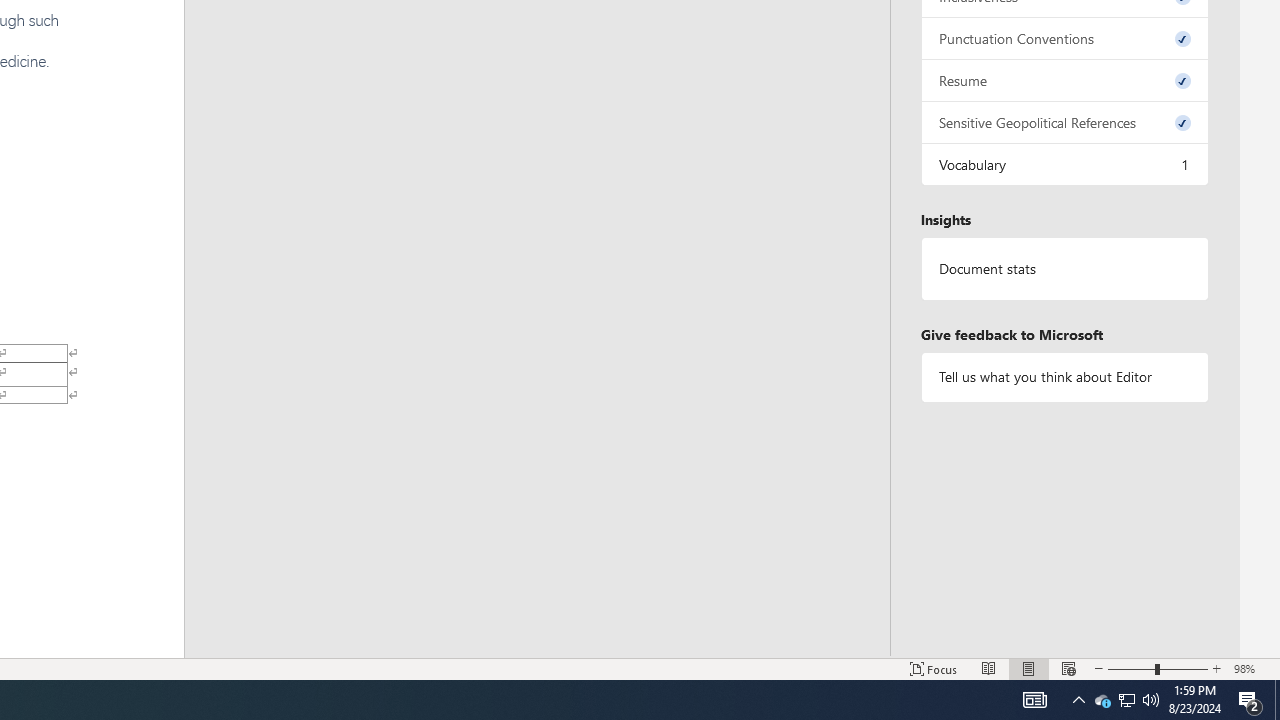  Describe the element at coordinates (1063, 268) in the screenshot. I see `'Document statistics'` at that location.